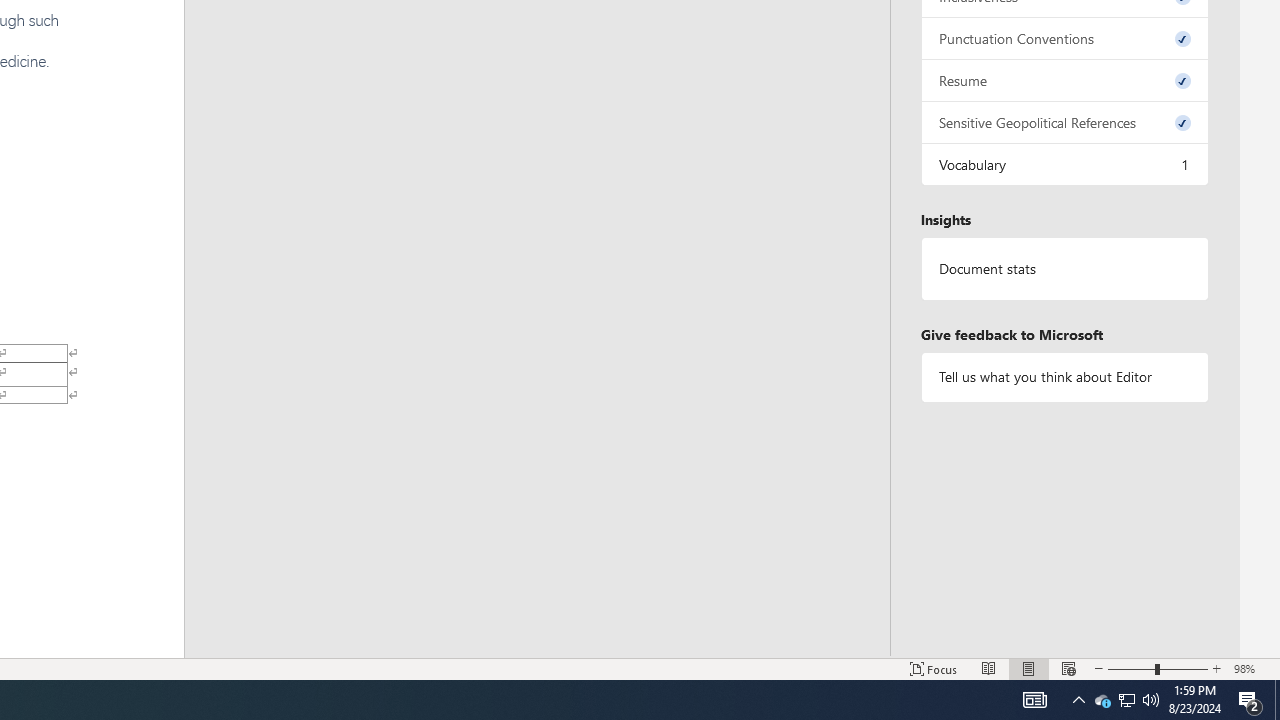  Describe the element at coordinates (1063, 268) in the screenshot. I see `'Document statistics'` at that location.